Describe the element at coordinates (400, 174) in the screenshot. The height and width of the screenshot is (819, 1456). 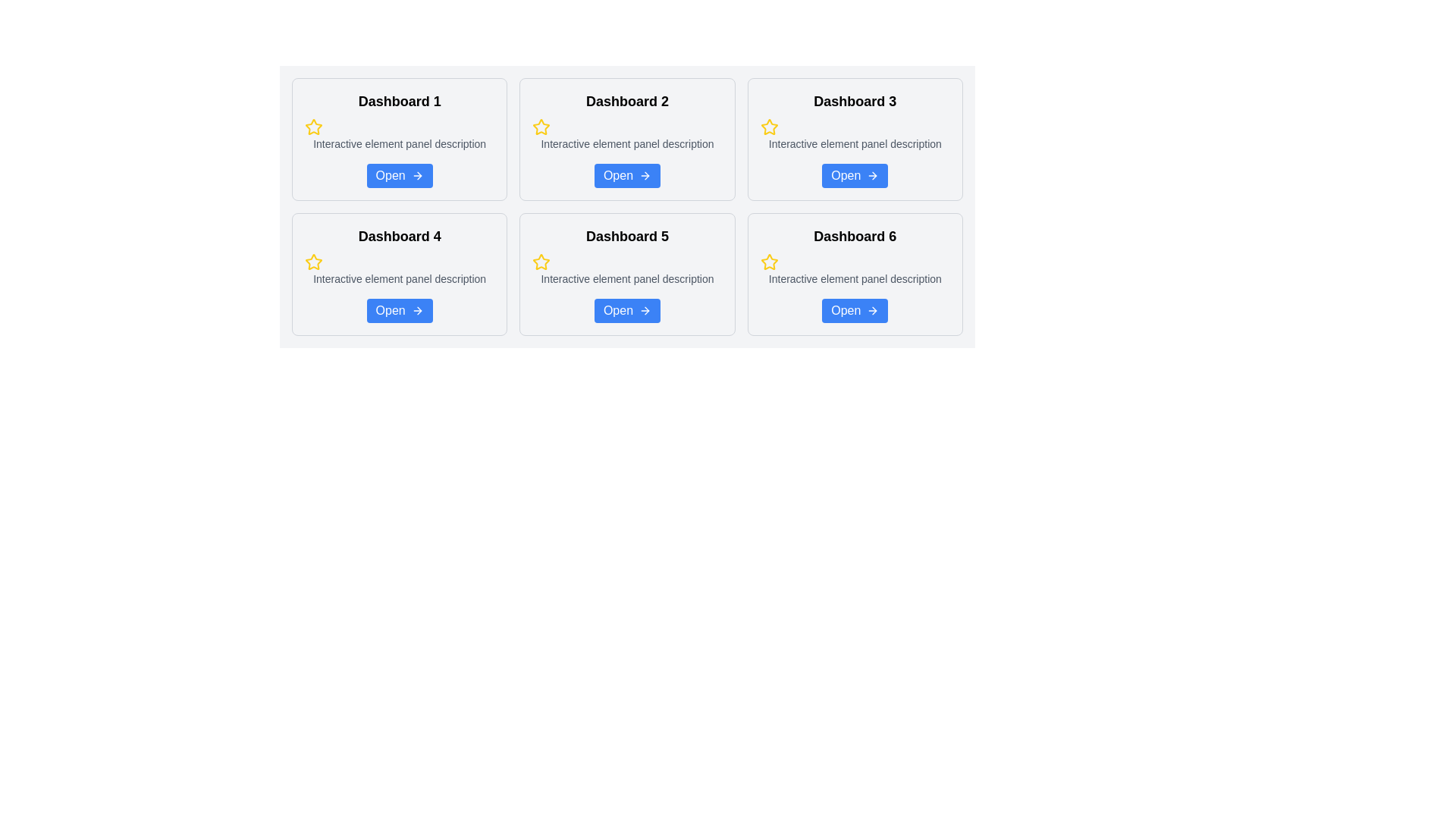
I see `the button located at the bottom of the card labeled 'Dashboard 1'` at that location.